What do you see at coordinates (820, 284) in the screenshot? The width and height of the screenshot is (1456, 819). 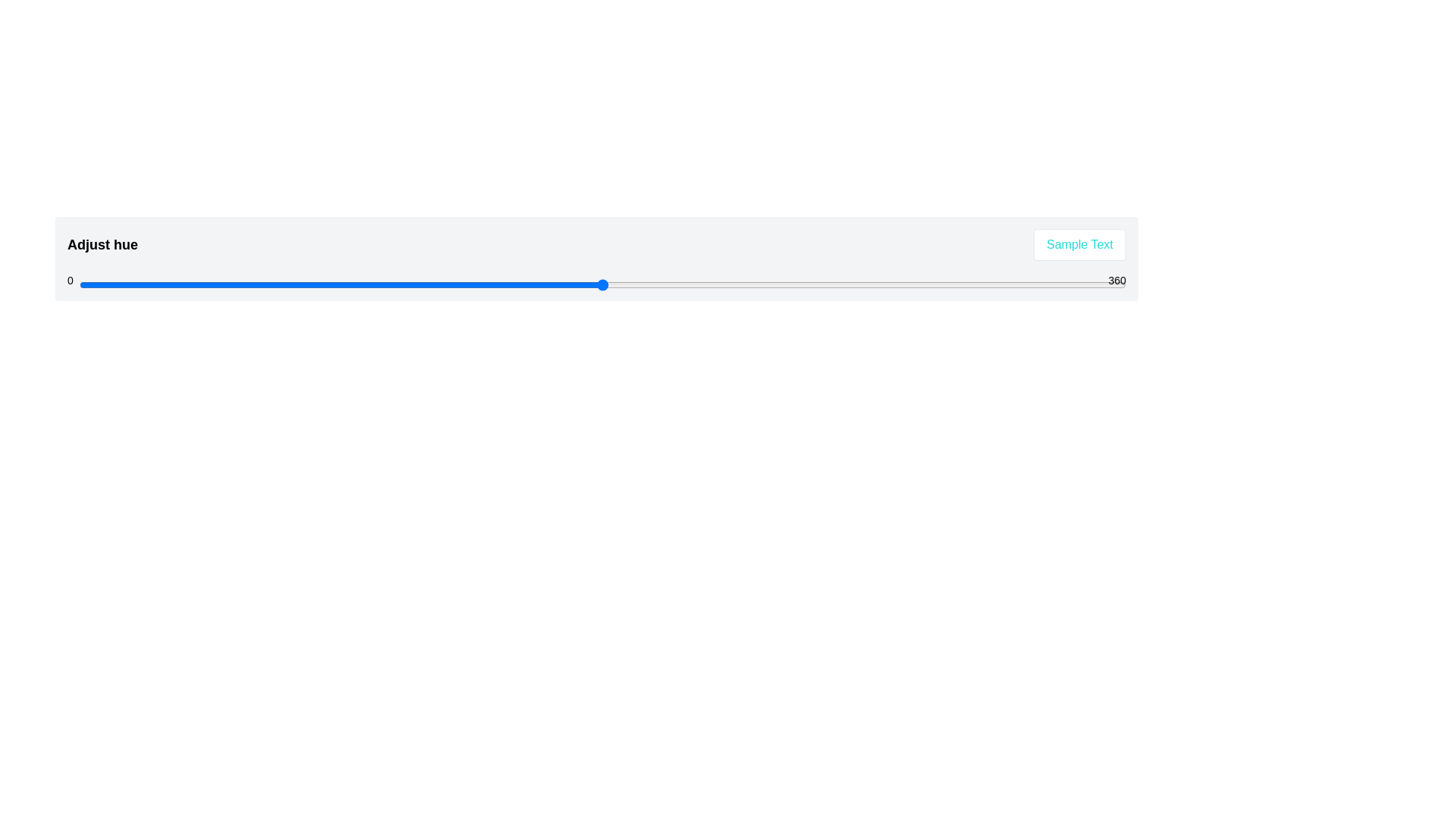 I see `the hue slider to a value of 255` at bounding box center [820, 284].